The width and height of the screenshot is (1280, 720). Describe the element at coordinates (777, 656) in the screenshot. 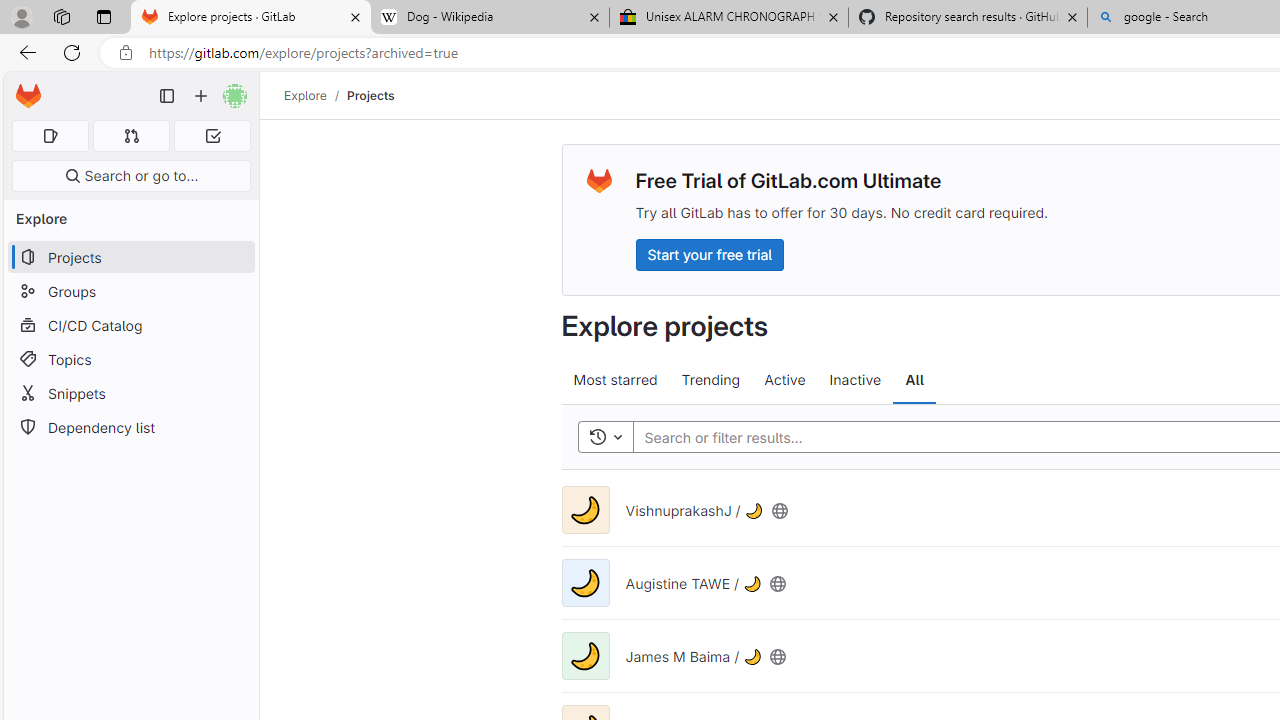

I see `'Class: s16'` at that location.